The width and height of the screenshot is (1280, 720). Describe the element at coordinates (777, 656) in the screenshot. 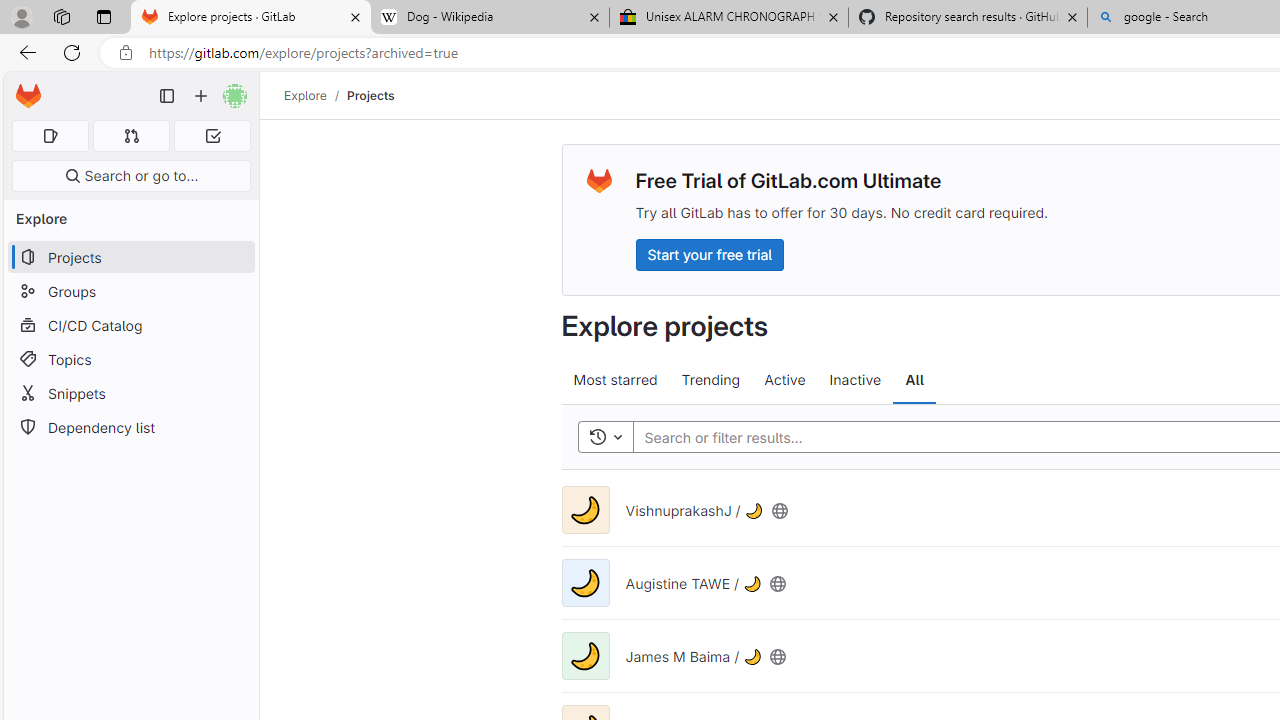

I see `'Class: s16'` at that location.